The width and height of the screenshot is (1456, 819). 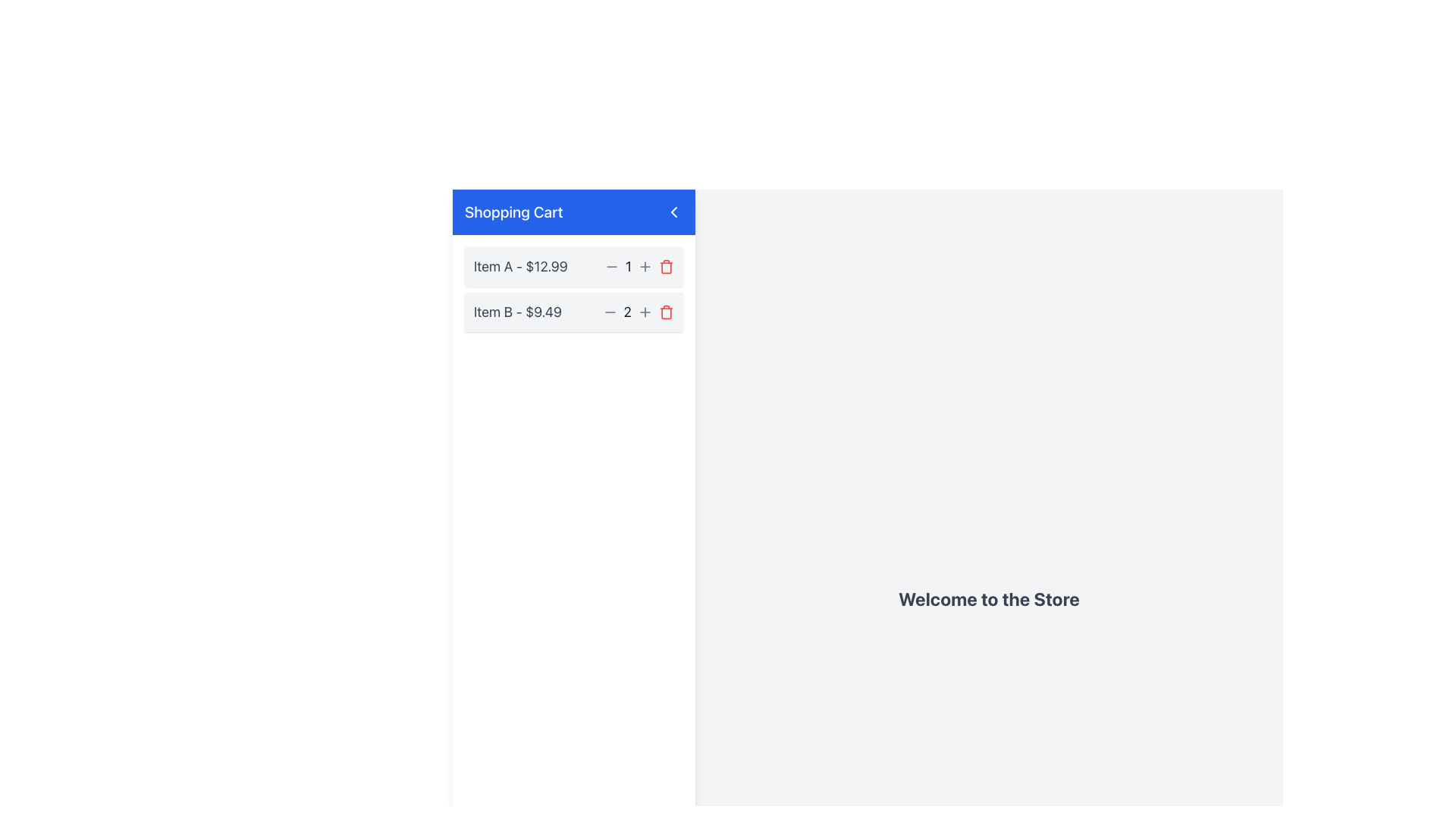 What do you see at coordinates (989, 598) in the screenshot?
I see `the Text Header displaying 'Welcome to the Store', which is centrally positioned in a light gray rectangular section` at bounding box center [989, 598].